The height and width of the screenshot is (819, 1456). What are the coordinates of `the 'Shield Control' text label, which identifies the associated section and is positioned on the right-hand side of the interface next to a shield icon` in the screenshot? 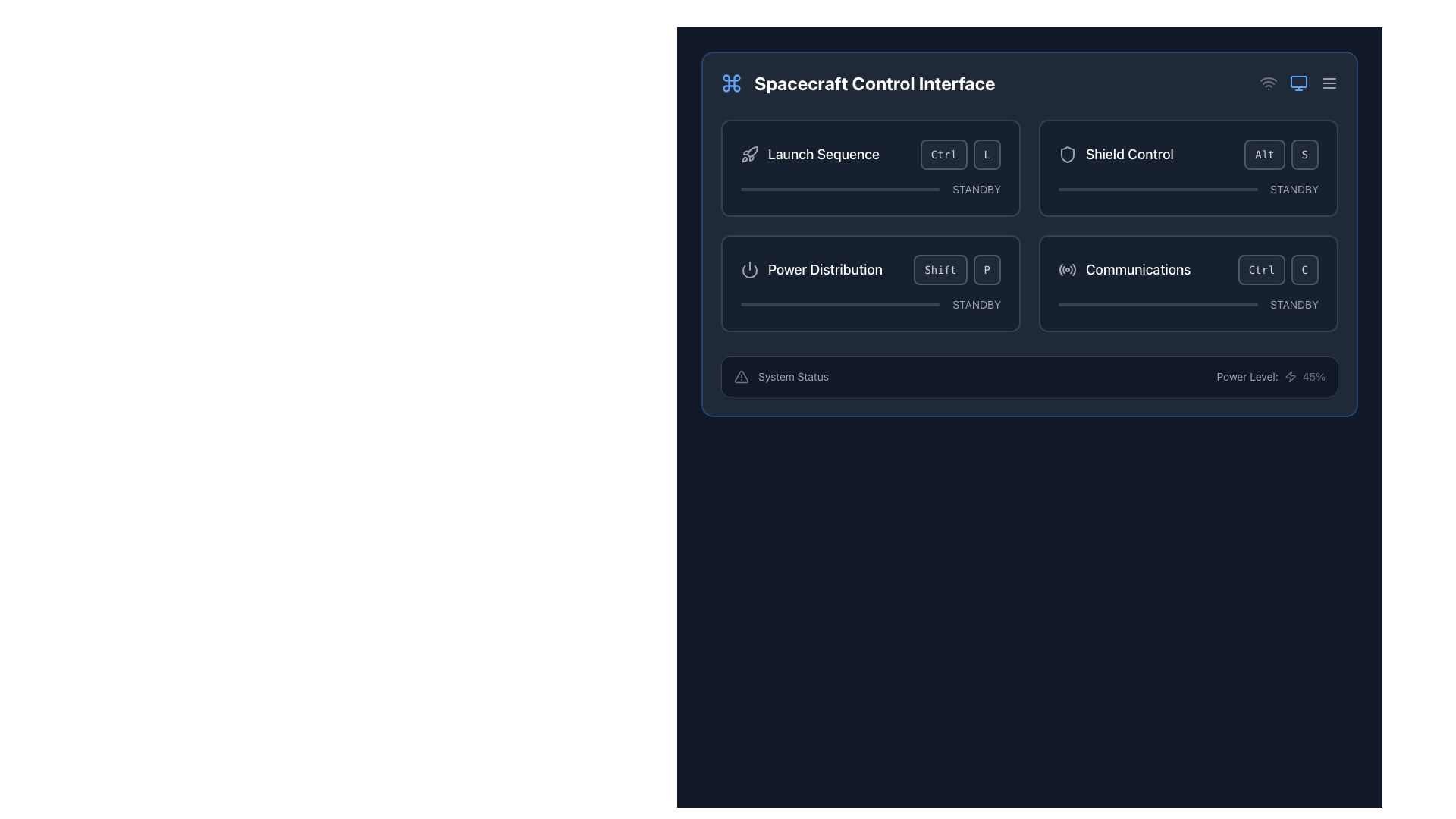 It's located at (1129, 155).